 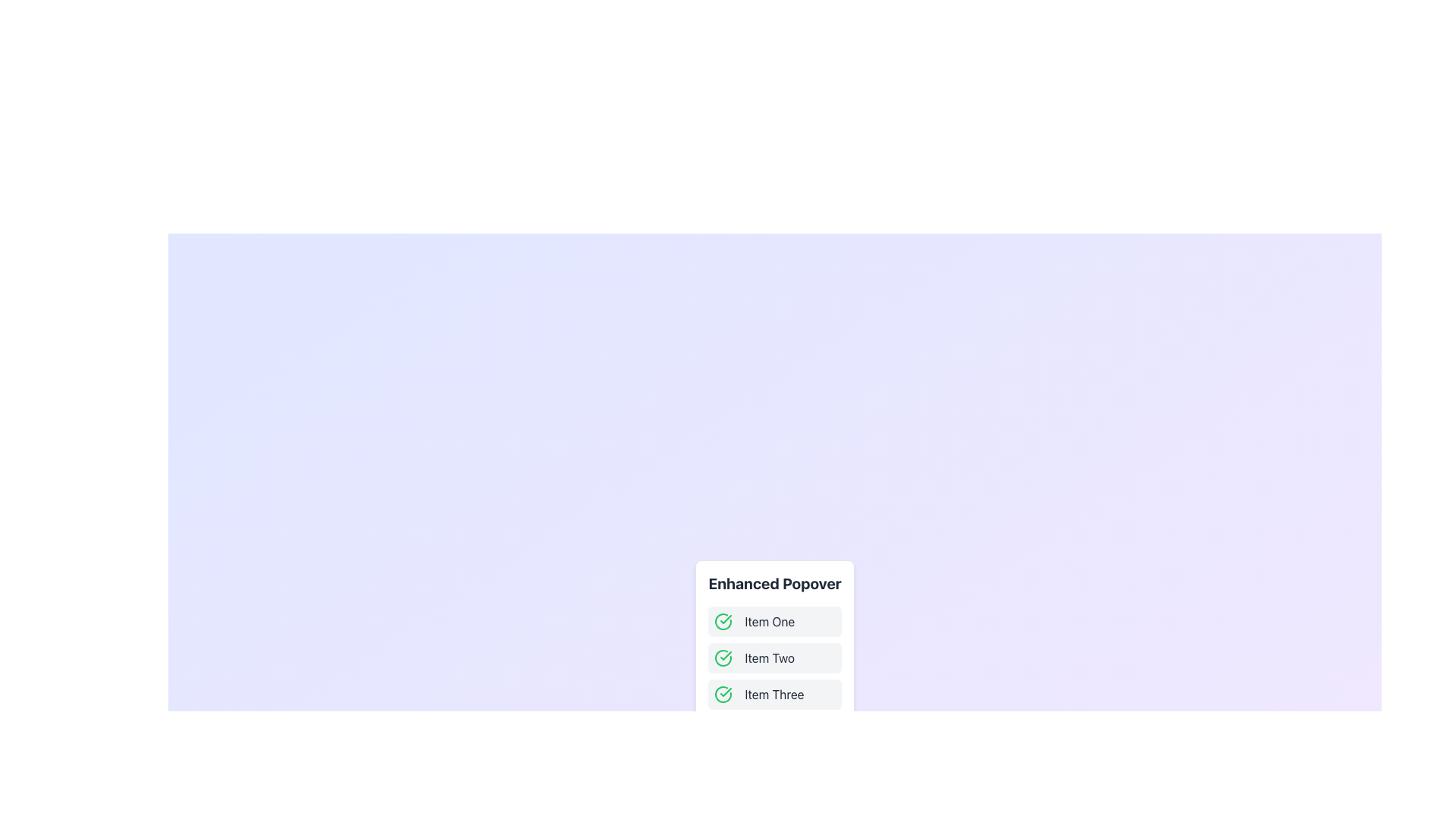 What do you see at coordinates (723, 622) in the screenshot?
I see `the icon indicating a successful or completed status for 'Item One', which is located to the left of the text 'Item One'` at bounding box center [723, 622].